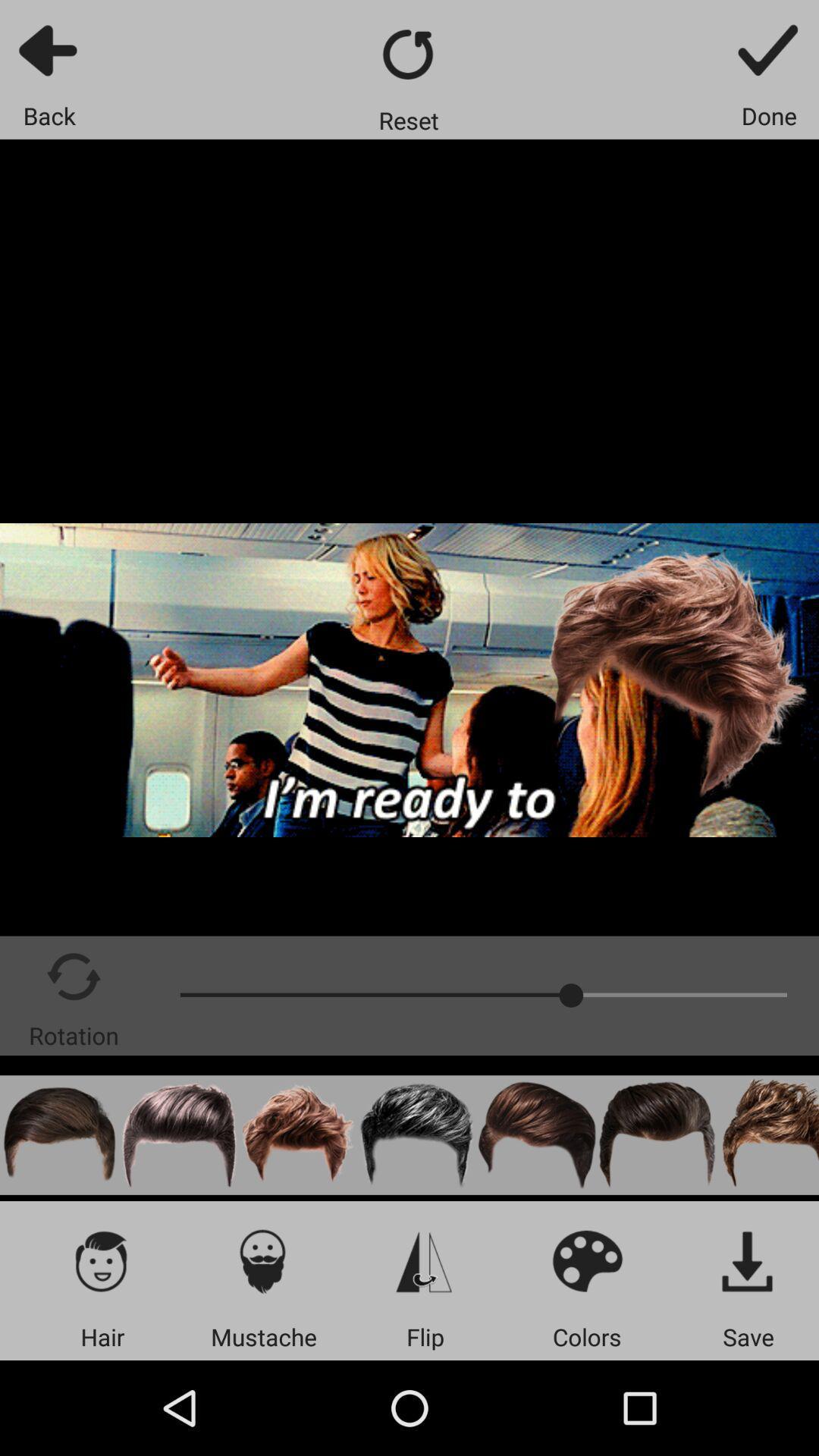 The image size is (819, 1456). What do you see at coordinates (769, 49) in the screenshot?
I see `the check icon` at bounding box center [769, 49].